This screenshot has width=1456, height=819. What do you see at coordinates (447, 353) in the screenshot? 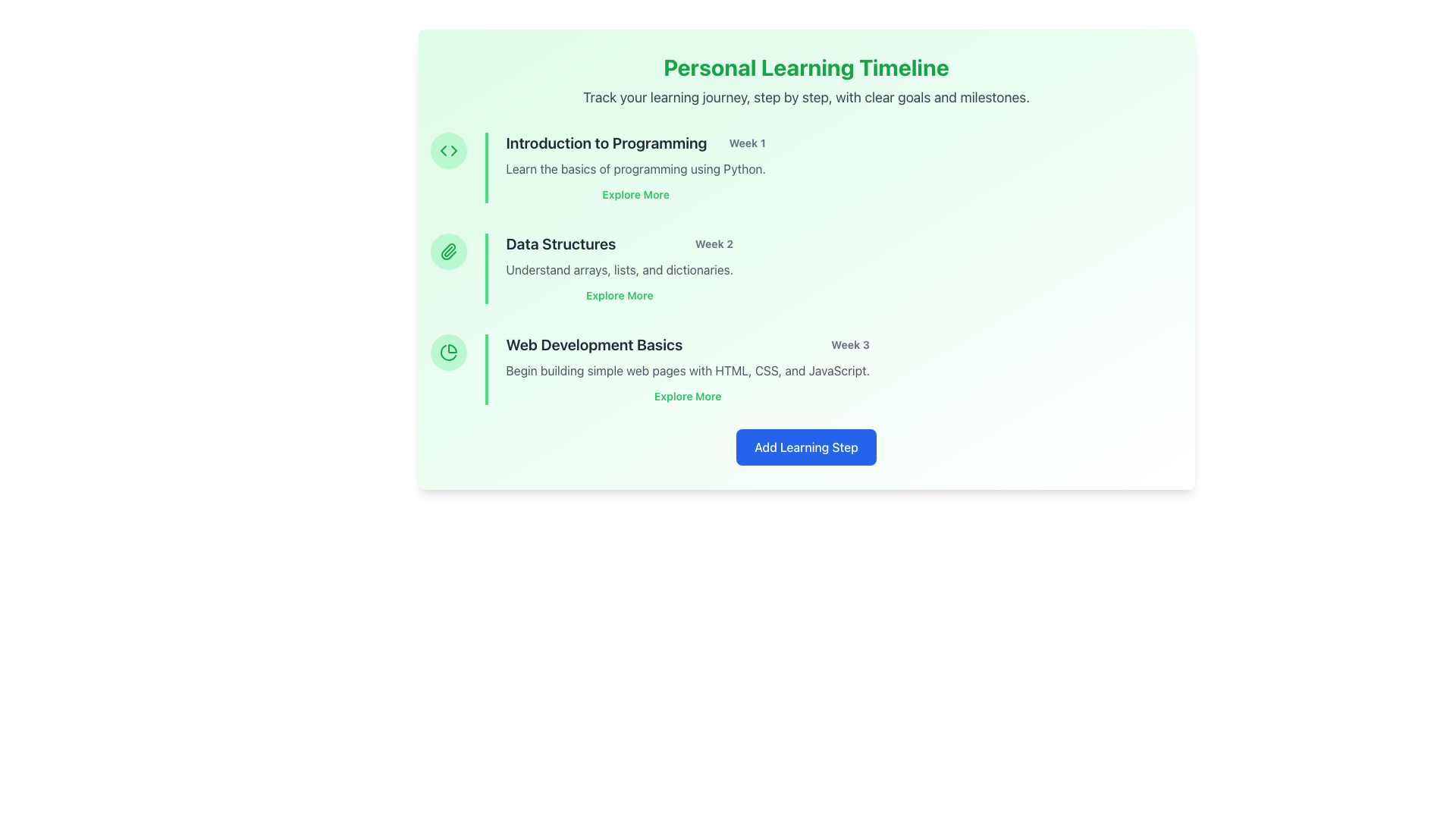
I see `the icon representing the 'Web Development Basics' section, located adjacent to its title and description` at bounding box center [447, 353].